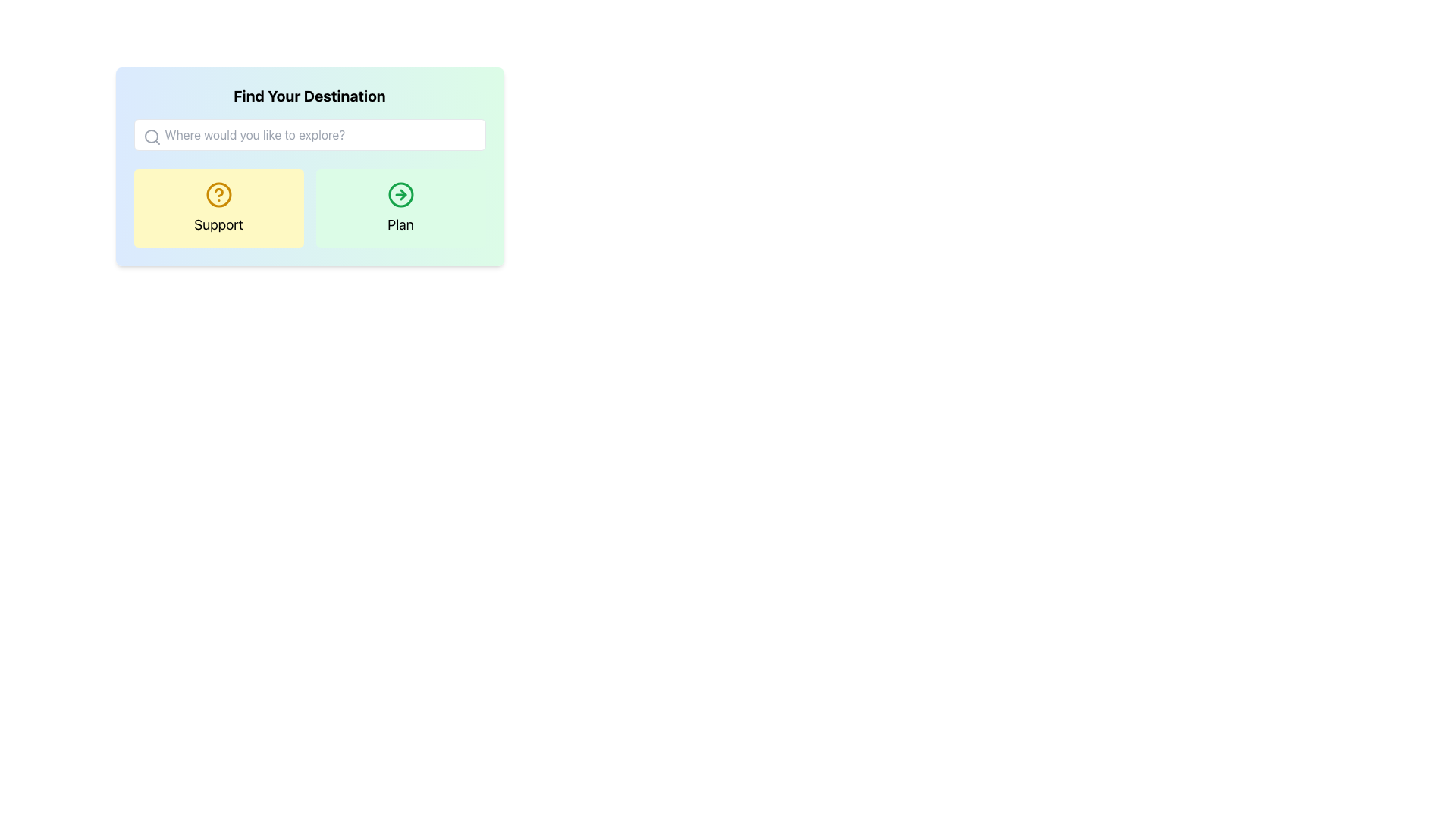 The image size is (1456, 819). Describe the element at coordinates (400, 208) in the screenshot. I see `the interactive section with a green right arrow icon and the text 'Plan'` at that location.